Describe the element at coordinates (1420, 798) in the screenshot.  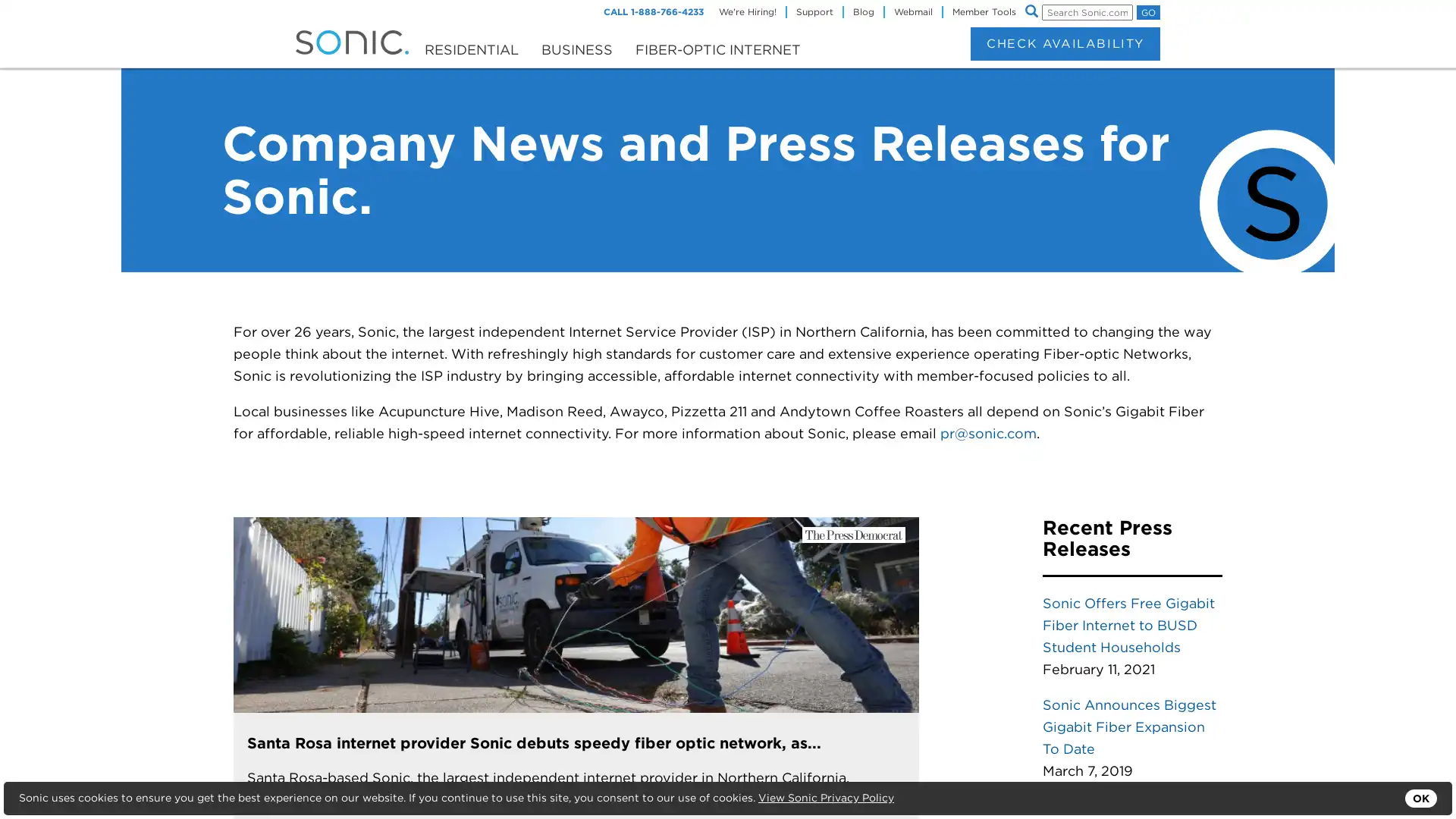
I see `OK` at that location.